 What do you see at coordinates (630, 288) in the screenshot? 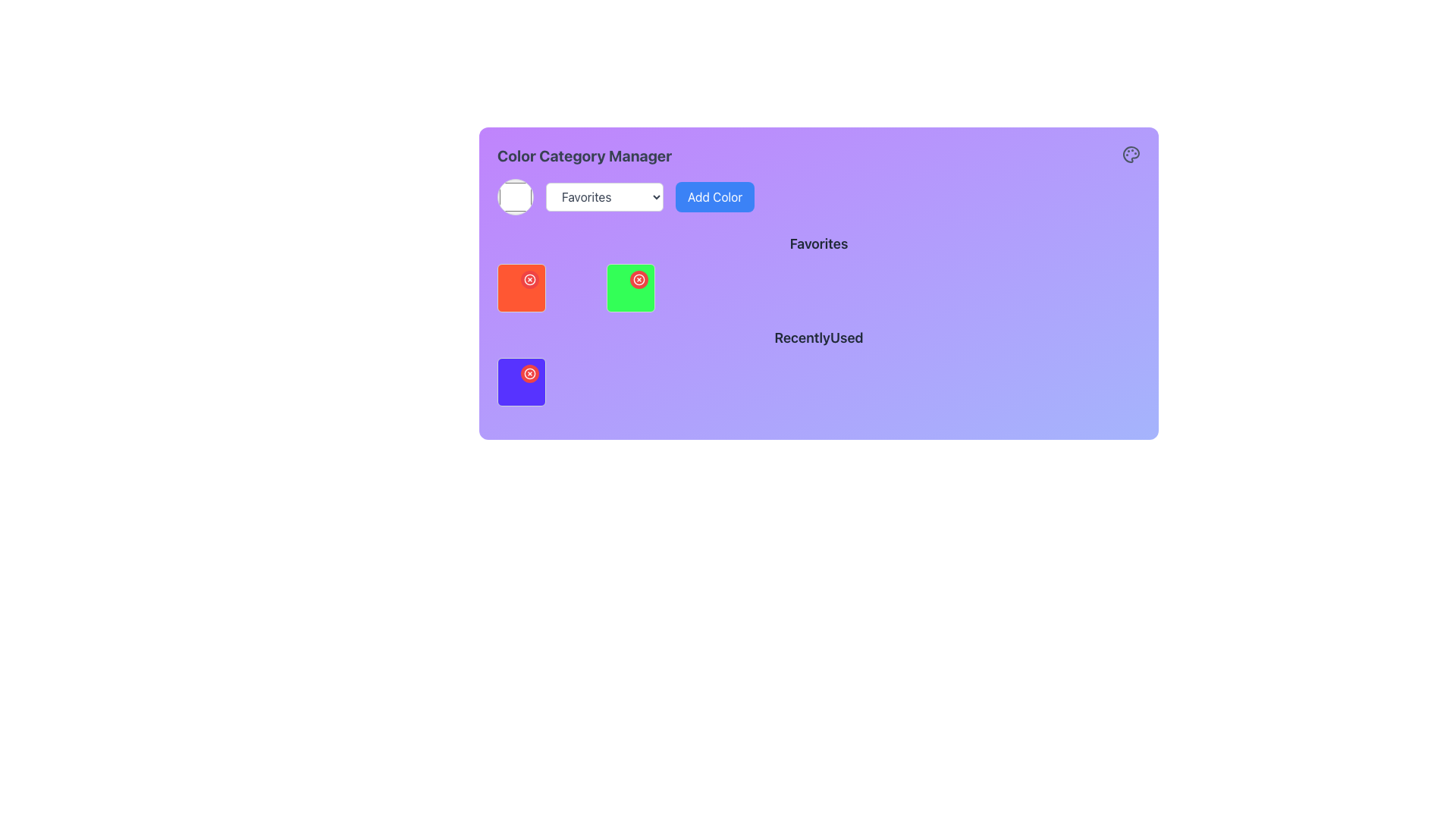
I see `the red button on the second tile from the left in the second row of the interactive grid` at bounding box center [630, 288].